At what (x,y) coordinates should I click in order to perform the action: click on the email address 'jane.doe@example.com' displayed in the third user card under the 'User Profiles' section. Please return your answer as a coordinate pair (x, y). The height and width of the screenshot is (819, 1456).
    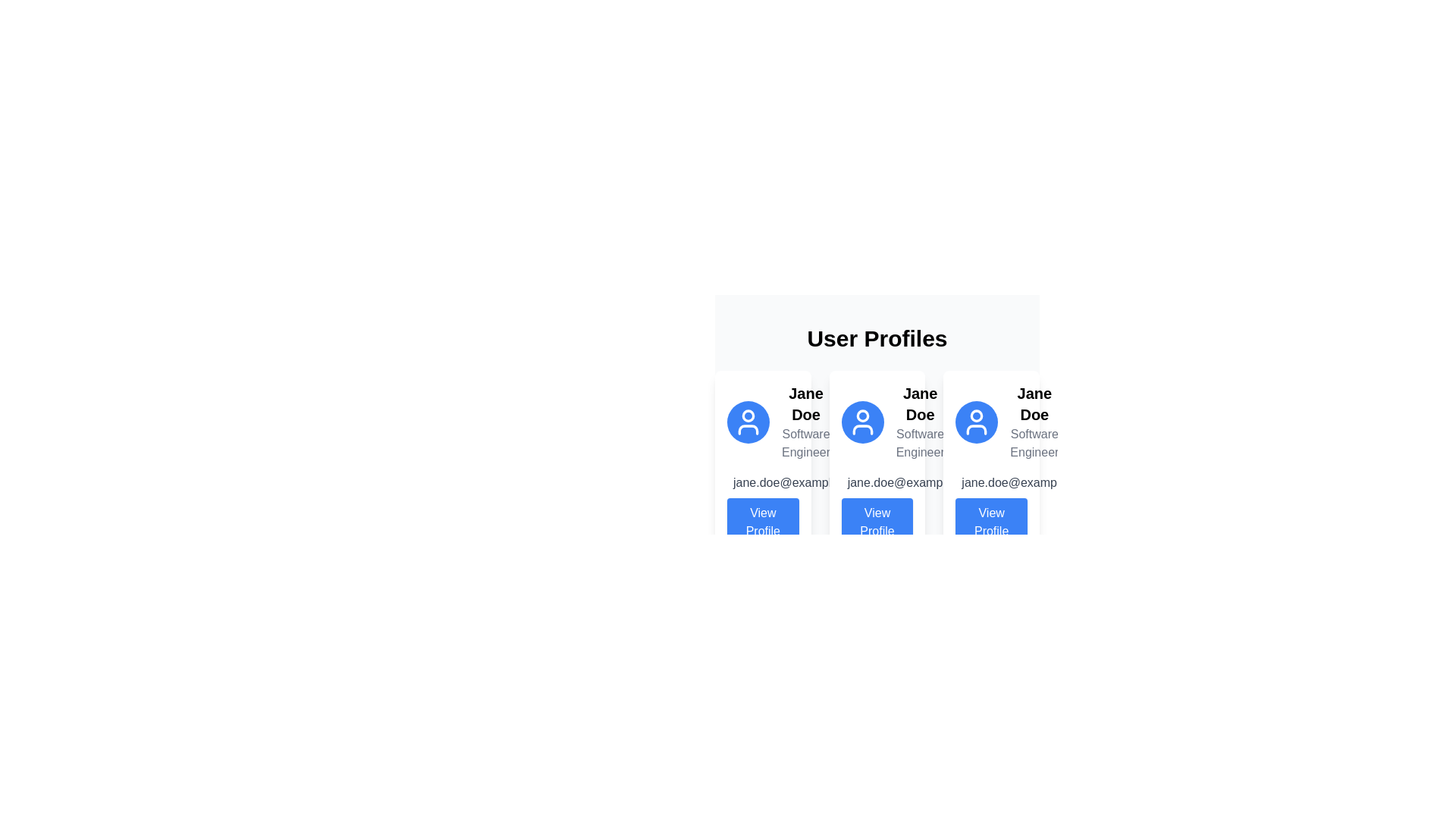
    Looking at the image, I should click on (991, 482).